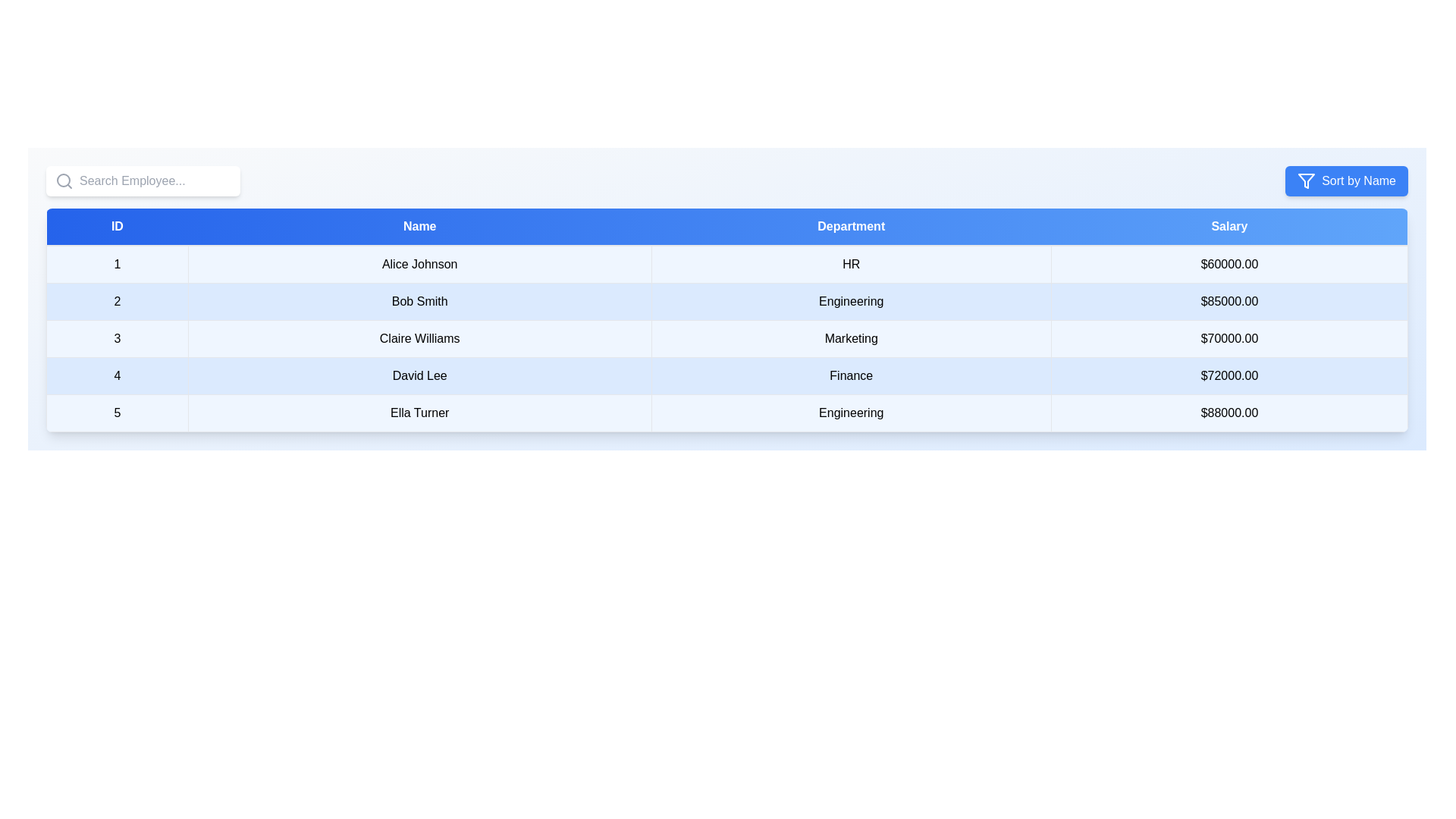 Image resolution: width=1456 pixels, height=819 pixels. What do you see at coordinates (116, 227) in the screenshot?
I see `the ID column header in the table, which is positioned at the far-left end and represents the data category for the ID column` at bounding box center [116, 227].